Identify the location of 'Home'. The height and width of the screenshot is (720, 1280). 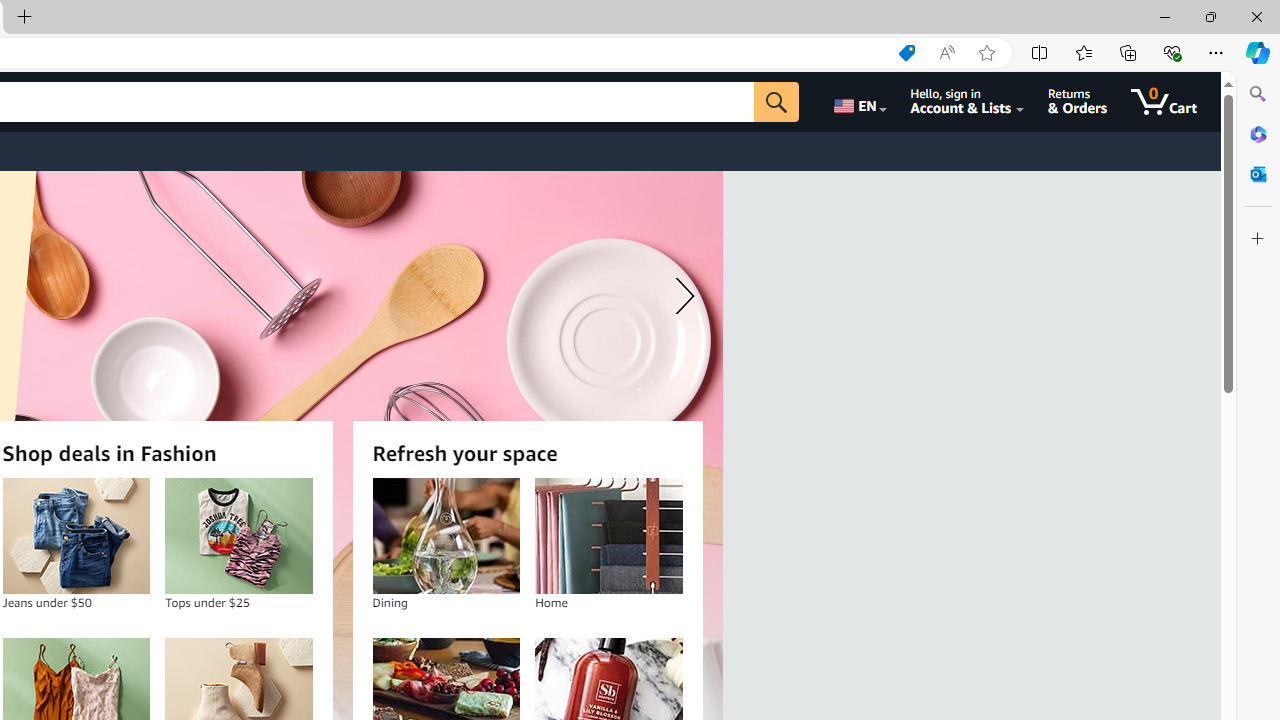
(608, 535).